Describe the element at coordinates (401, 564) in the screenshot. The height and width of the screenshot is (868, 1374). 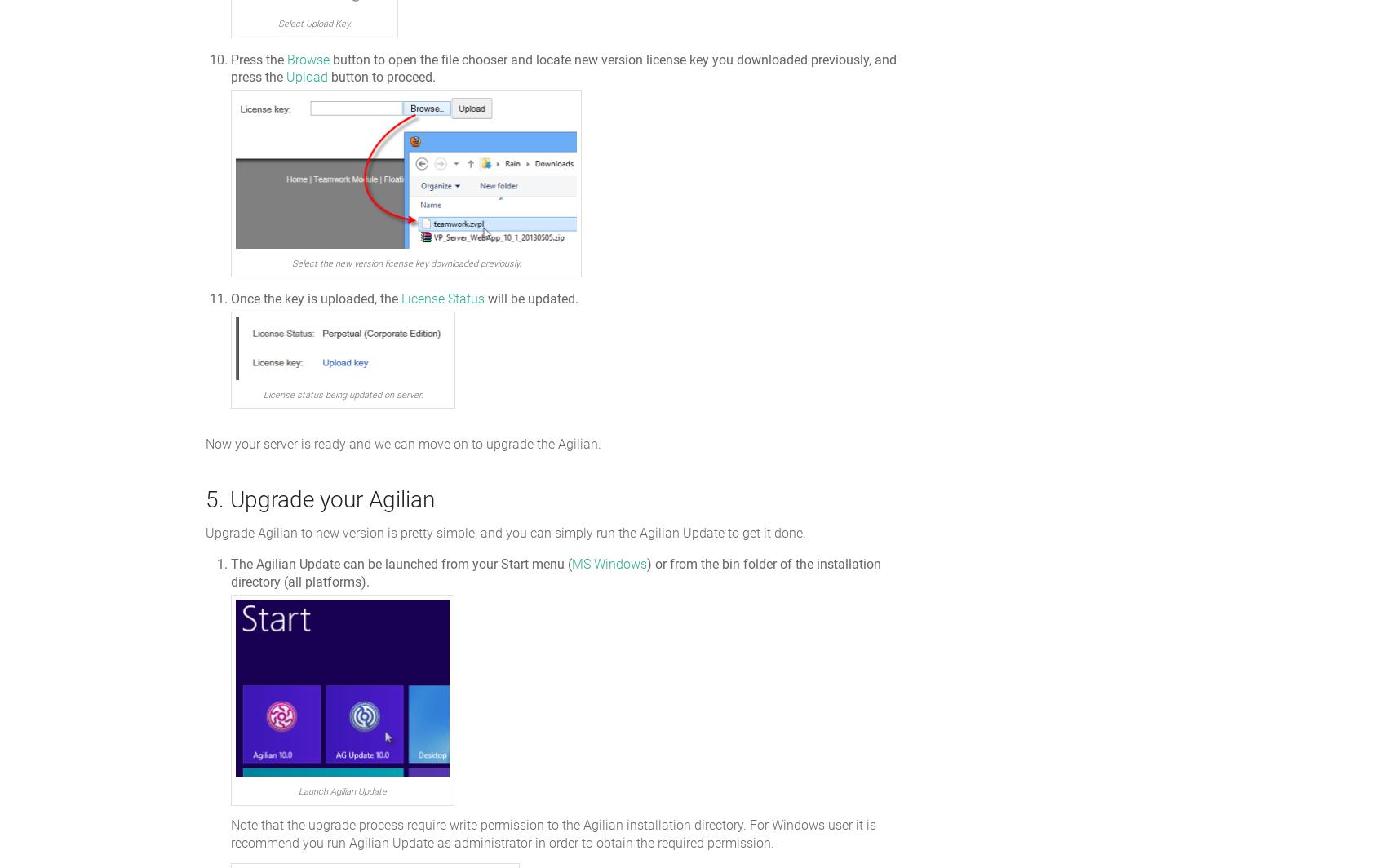
I see `'The Agilian Update can be launched from your Start menu ('` at that location.